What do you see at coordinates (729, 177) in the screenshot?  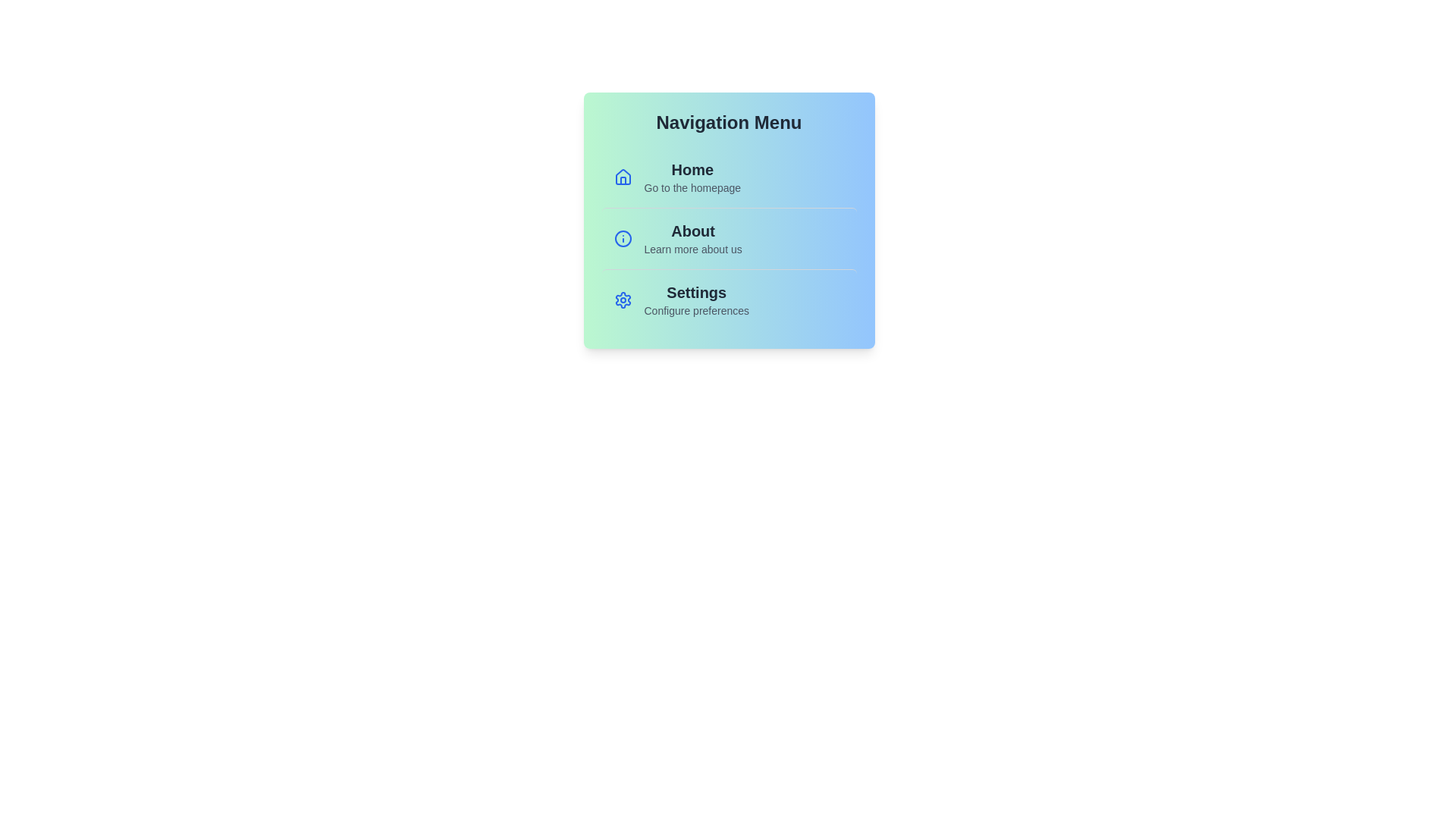 I see `the menu item labeled Home to navigate to its corresponding page` at bounding box center [729, 177].